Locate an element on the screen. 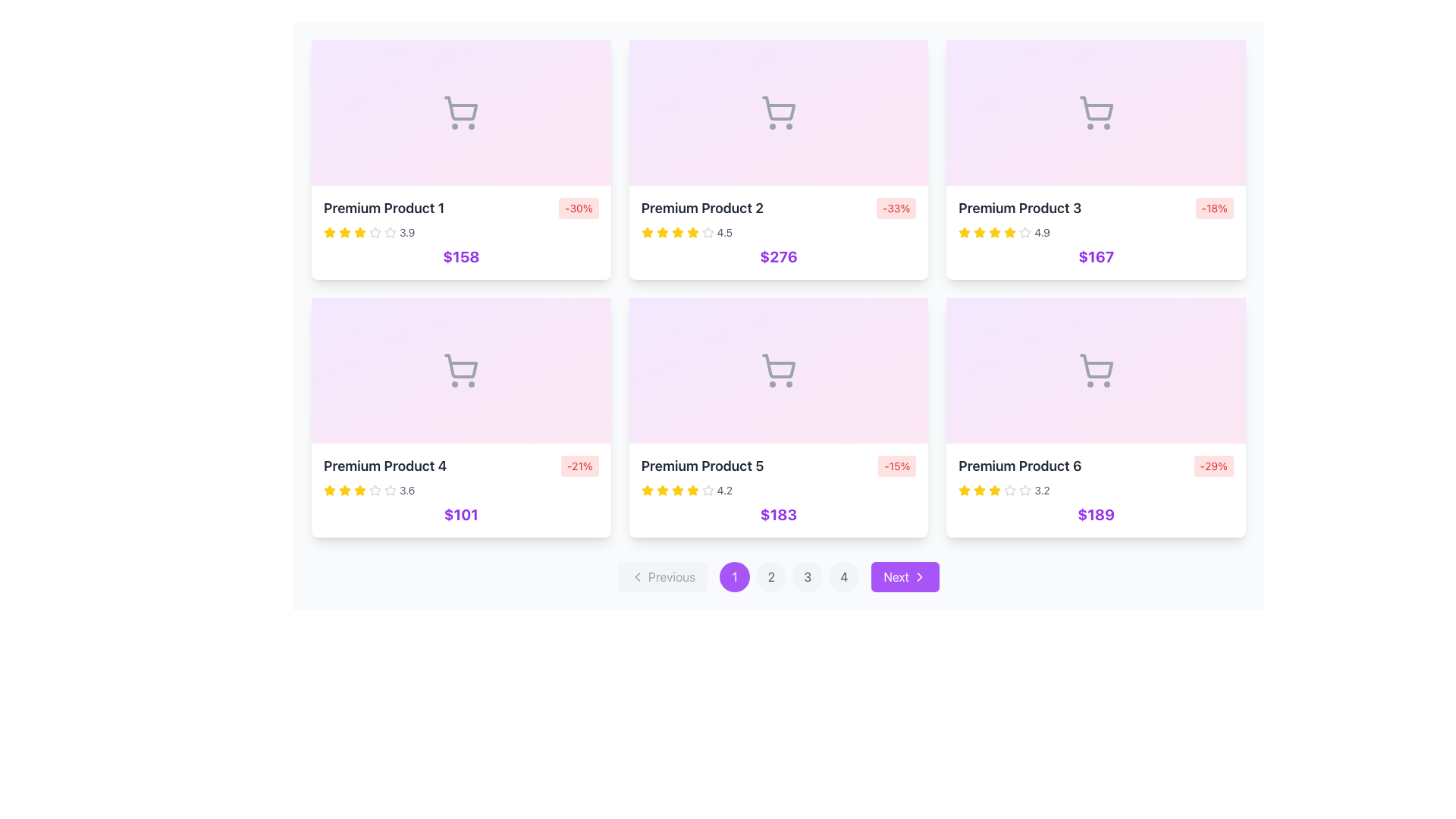 This screenshot has width=1456, height=819. the static text displaying '3.6' that is located immediately after a series of six star icons in the product rating section of the card for 'Premium Product 4' is located at coordinates (407, 491).